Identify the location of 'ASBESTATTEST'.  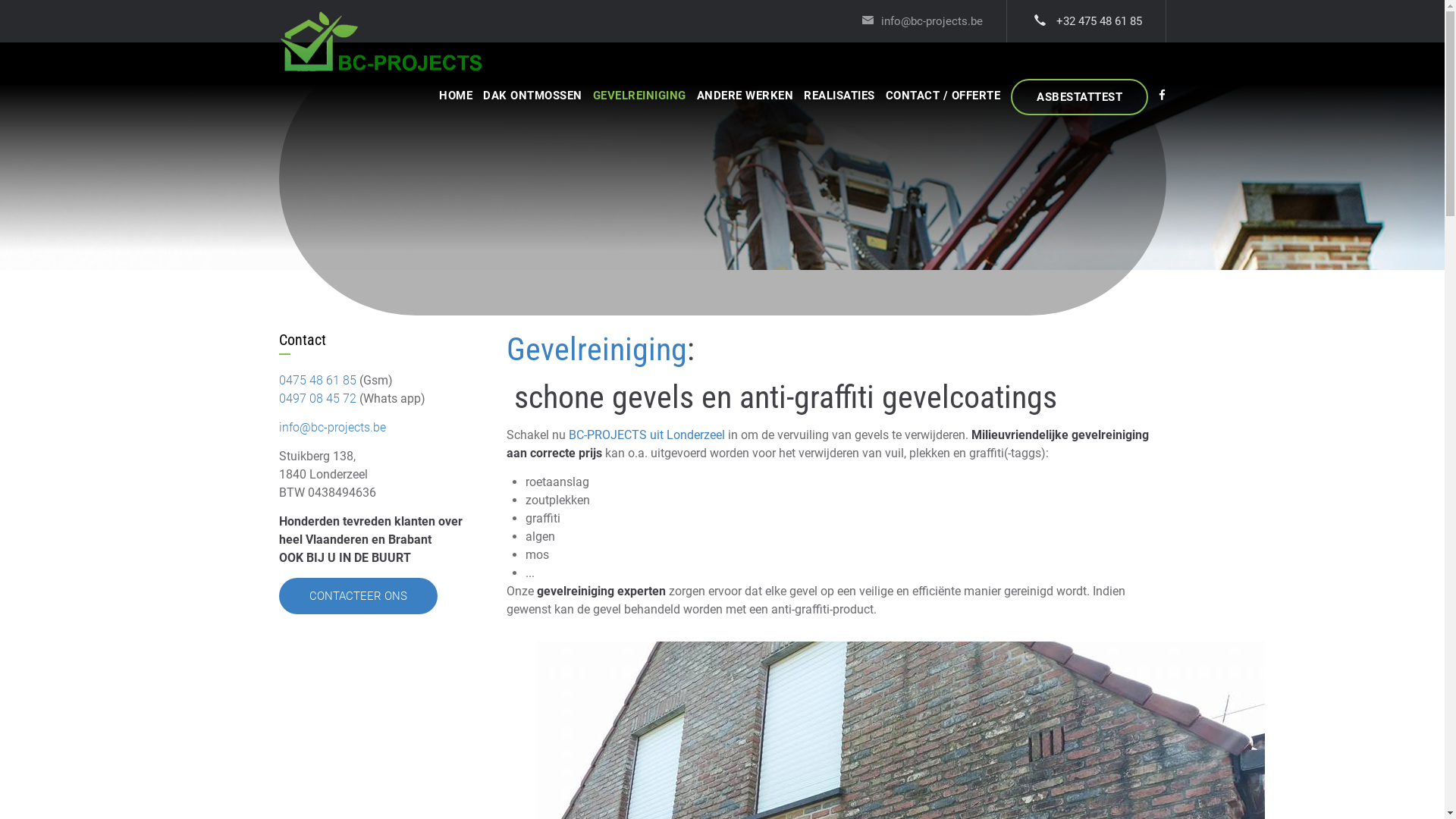
(1078, 96).